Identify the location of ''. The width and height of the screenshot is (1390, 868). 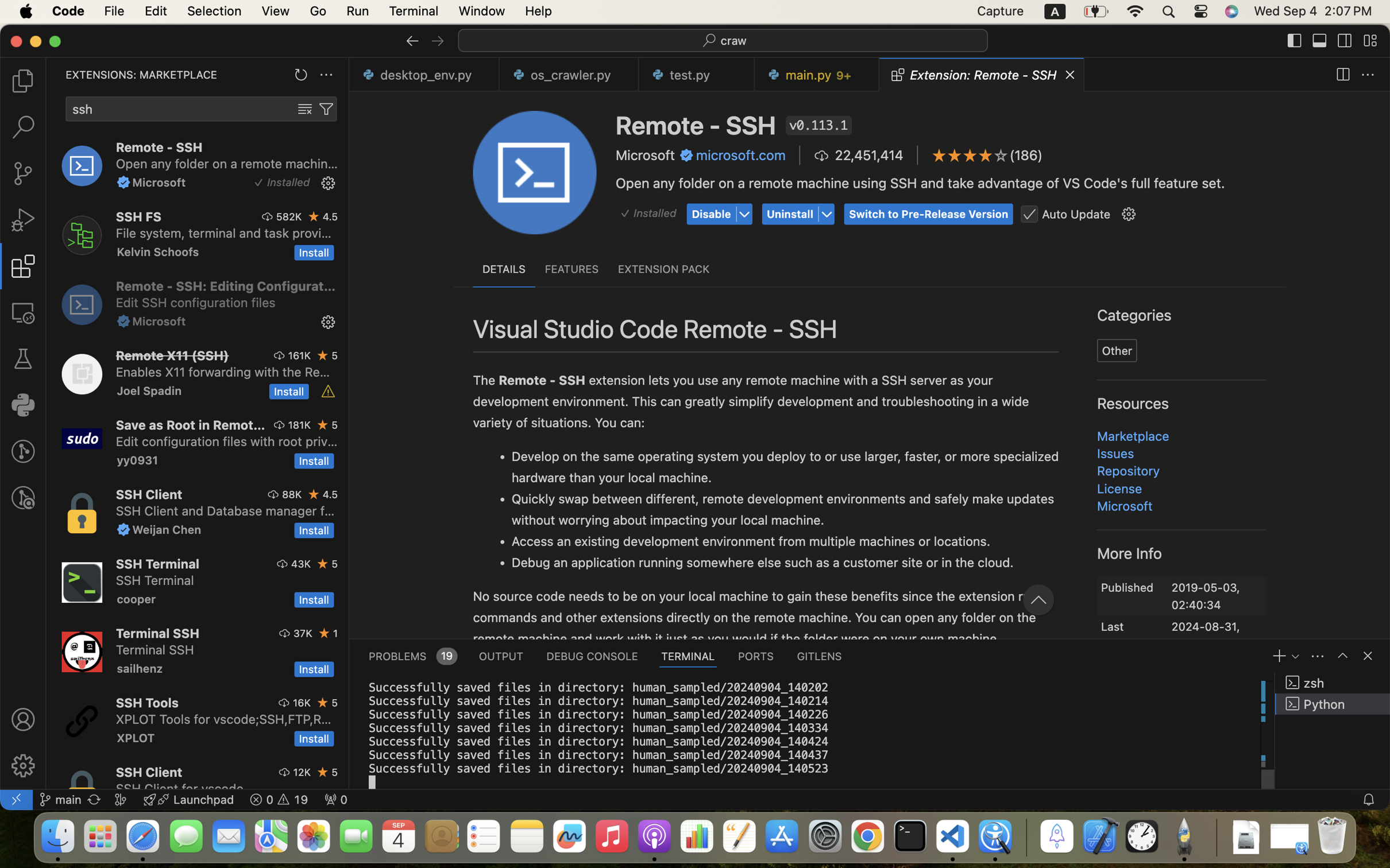
(1368, 656).